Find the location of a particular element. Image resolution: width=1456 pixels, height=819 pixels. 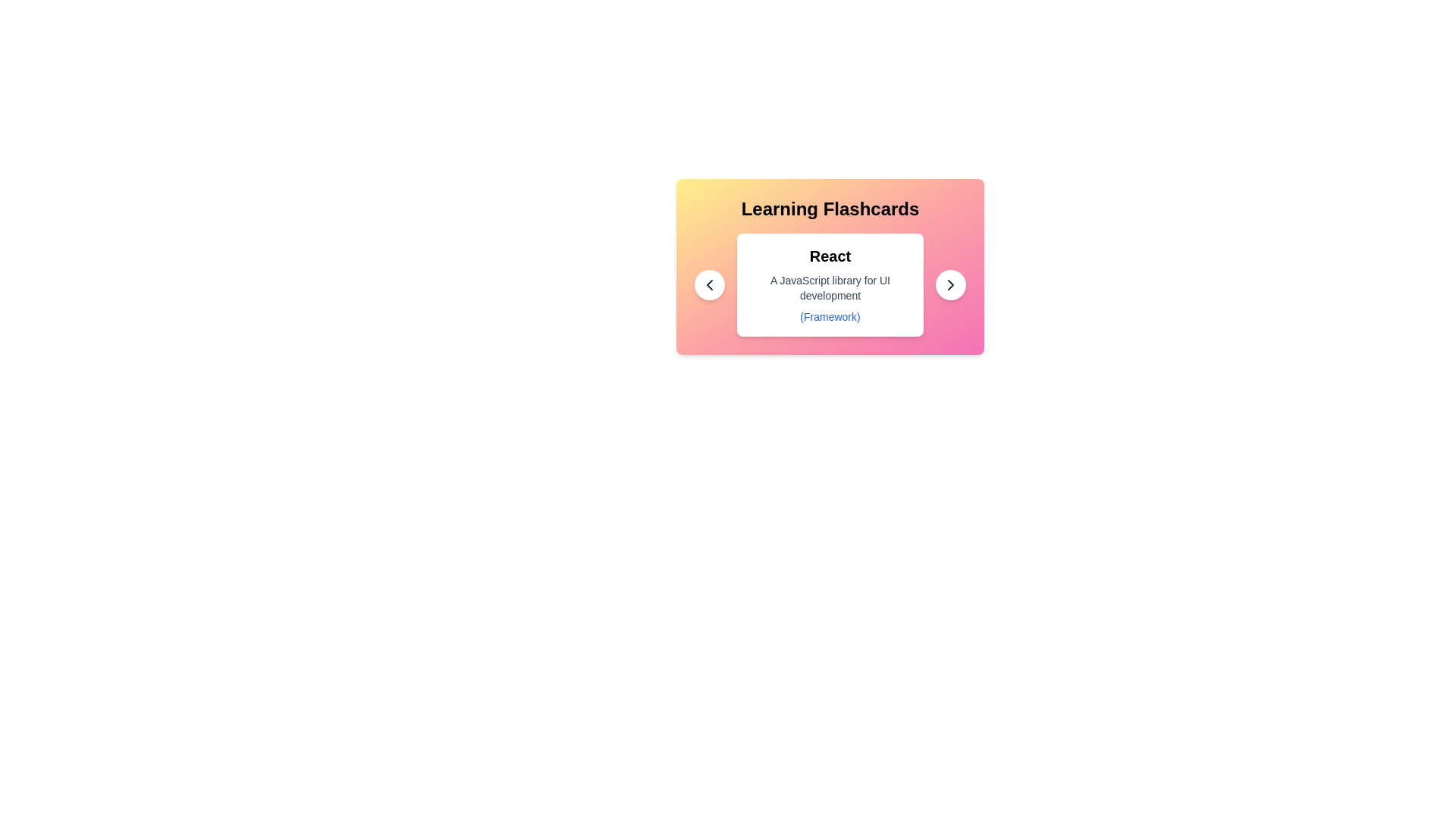

the flashcard to inspect its category is located at coordinates (829, 284).